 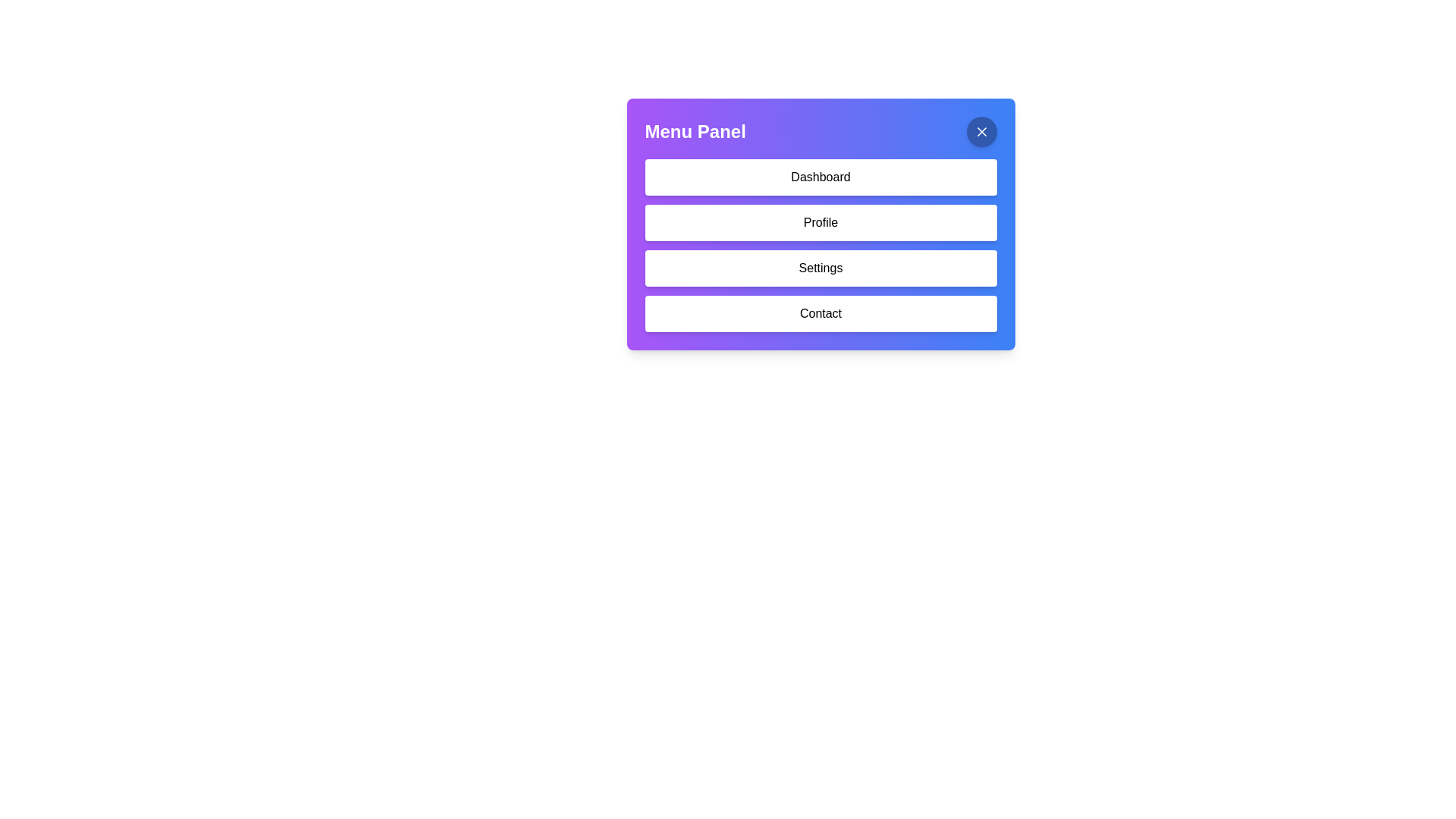 I want to click on the 'Contact' button, which is a white rectangular button with rounded corners located at the bottom of the button group in the 'Menu Panel', so click(x=820, y=312).